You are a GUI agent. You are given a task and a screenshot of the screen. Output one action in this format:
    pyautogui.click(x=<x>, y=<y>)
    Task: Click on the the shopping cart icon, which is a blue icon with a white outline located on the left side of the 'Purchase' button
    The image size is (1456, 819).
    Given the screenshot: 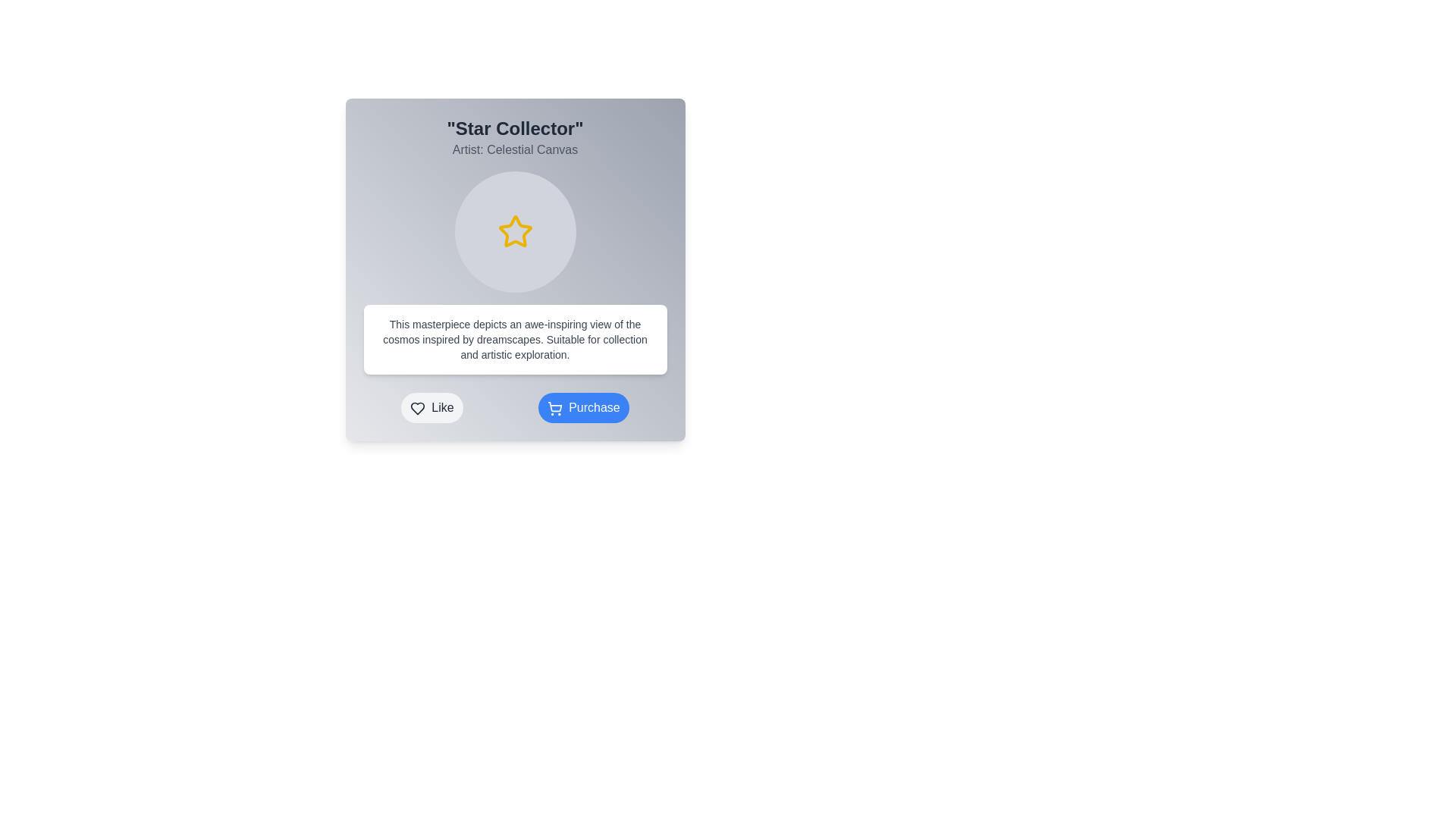 What is the action you would take?
    pyautogui.click(x=554, y=407)
    